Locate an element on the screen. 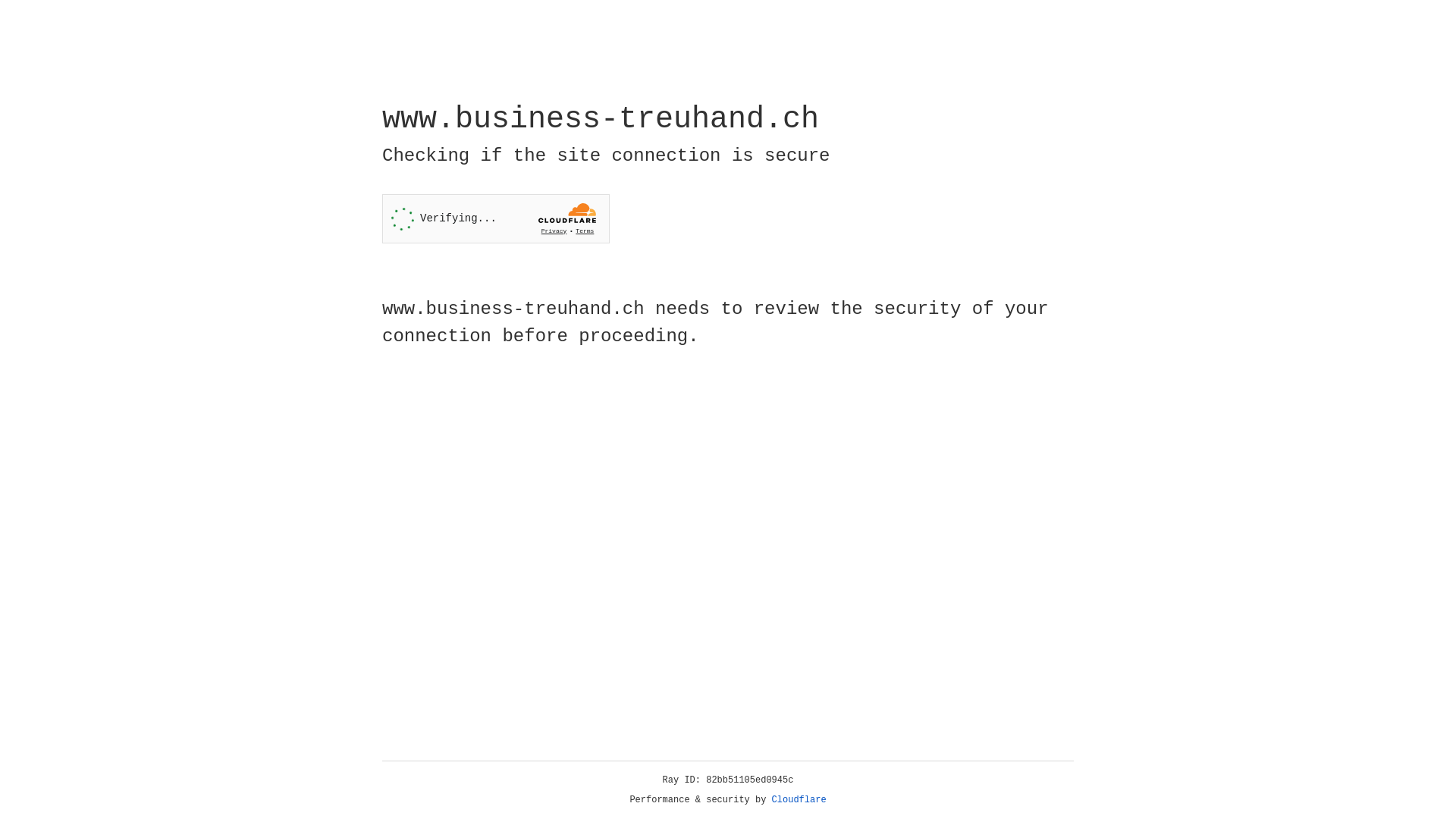 The height and width of the screenshot is (819, 1456). 'Widget containing a Cloudflare security challenge' is located at coordinates (495, 218).